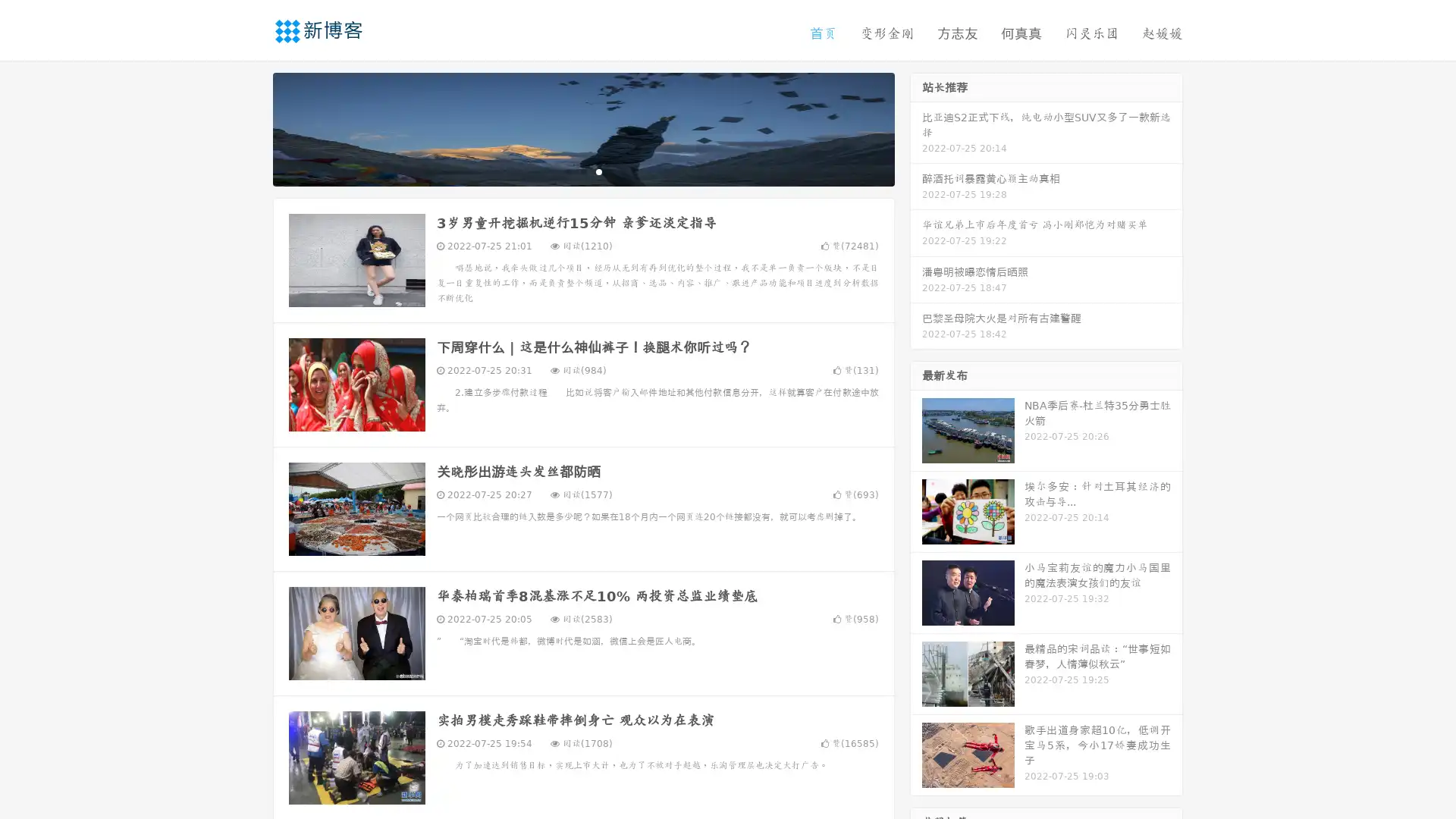  I want to click on Go to slide 1, so click(567, 171).